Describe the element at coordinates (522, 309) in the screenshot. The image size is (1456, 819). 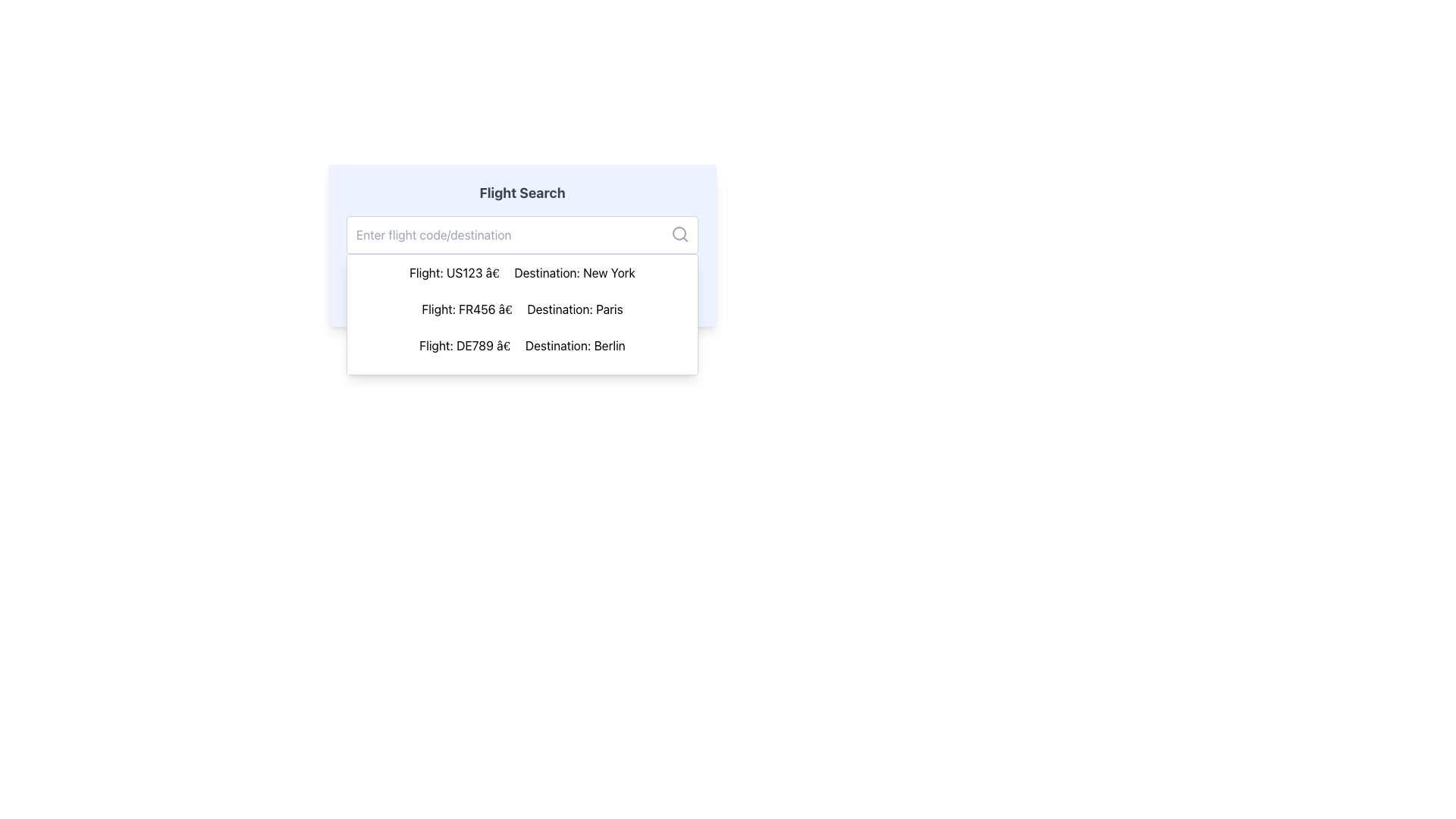
I see `to select the second list item displaying flight information 'Flight: FR456 – Destination: Paris' in the dropdown list` at that location.